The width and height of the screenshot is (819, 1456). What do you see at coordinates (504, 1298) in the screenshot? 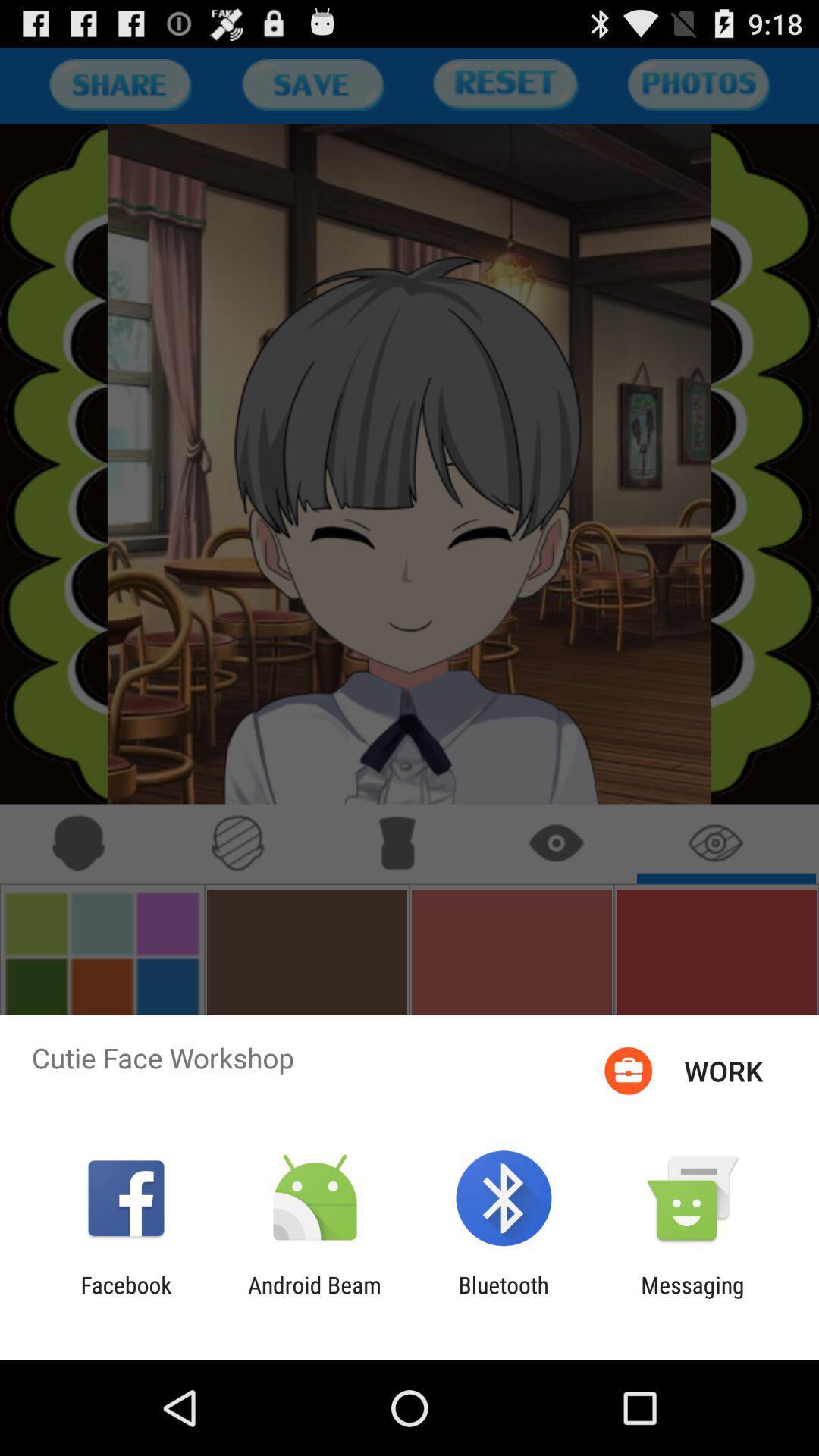
I see `icon to the left of messaging item` at bounding box center [504, 1298].